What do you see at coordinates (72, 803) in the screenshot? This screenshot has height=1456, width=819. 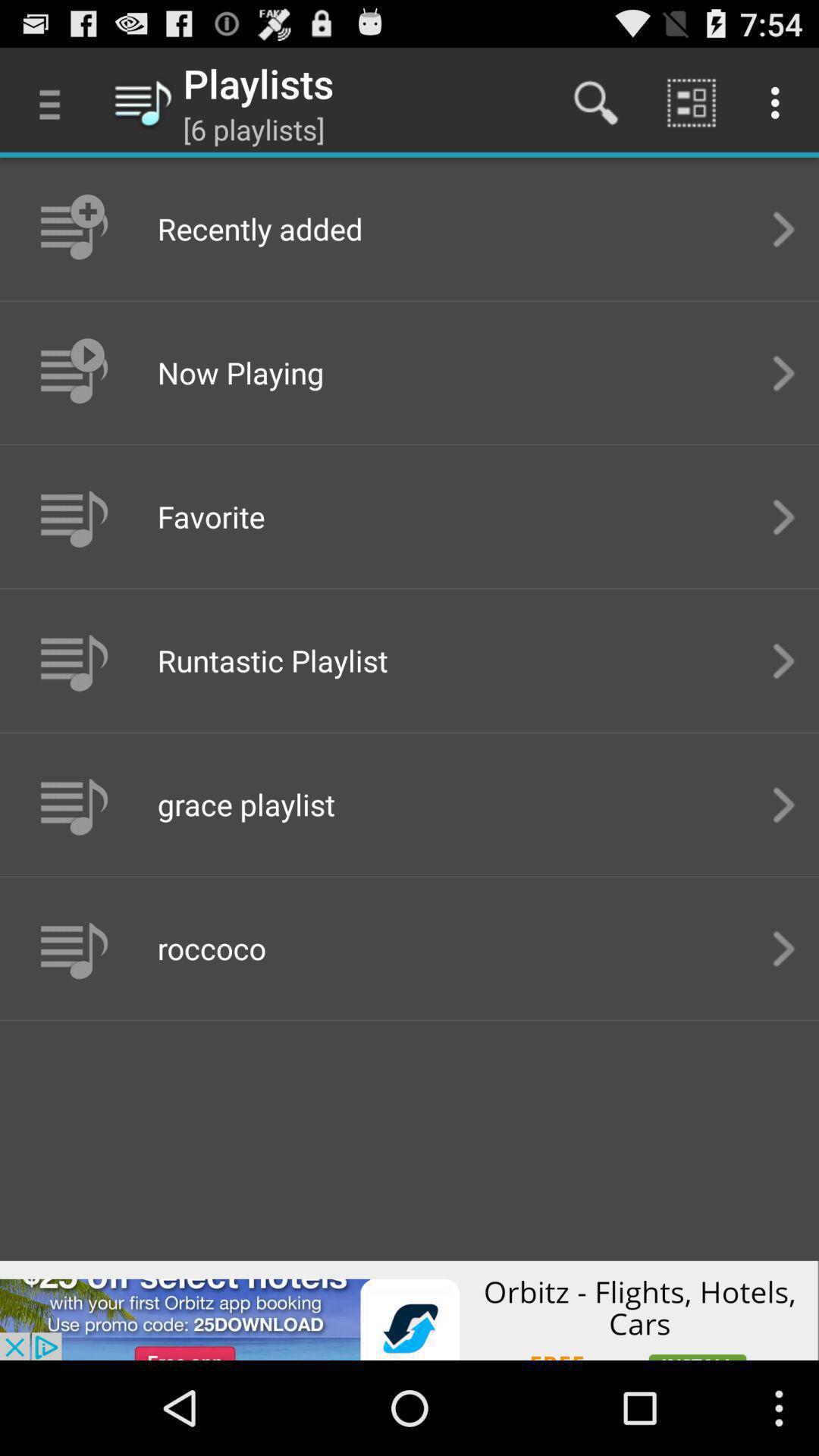 I see `icon on the left side of grace playlist` at bounding box center [72, 803].